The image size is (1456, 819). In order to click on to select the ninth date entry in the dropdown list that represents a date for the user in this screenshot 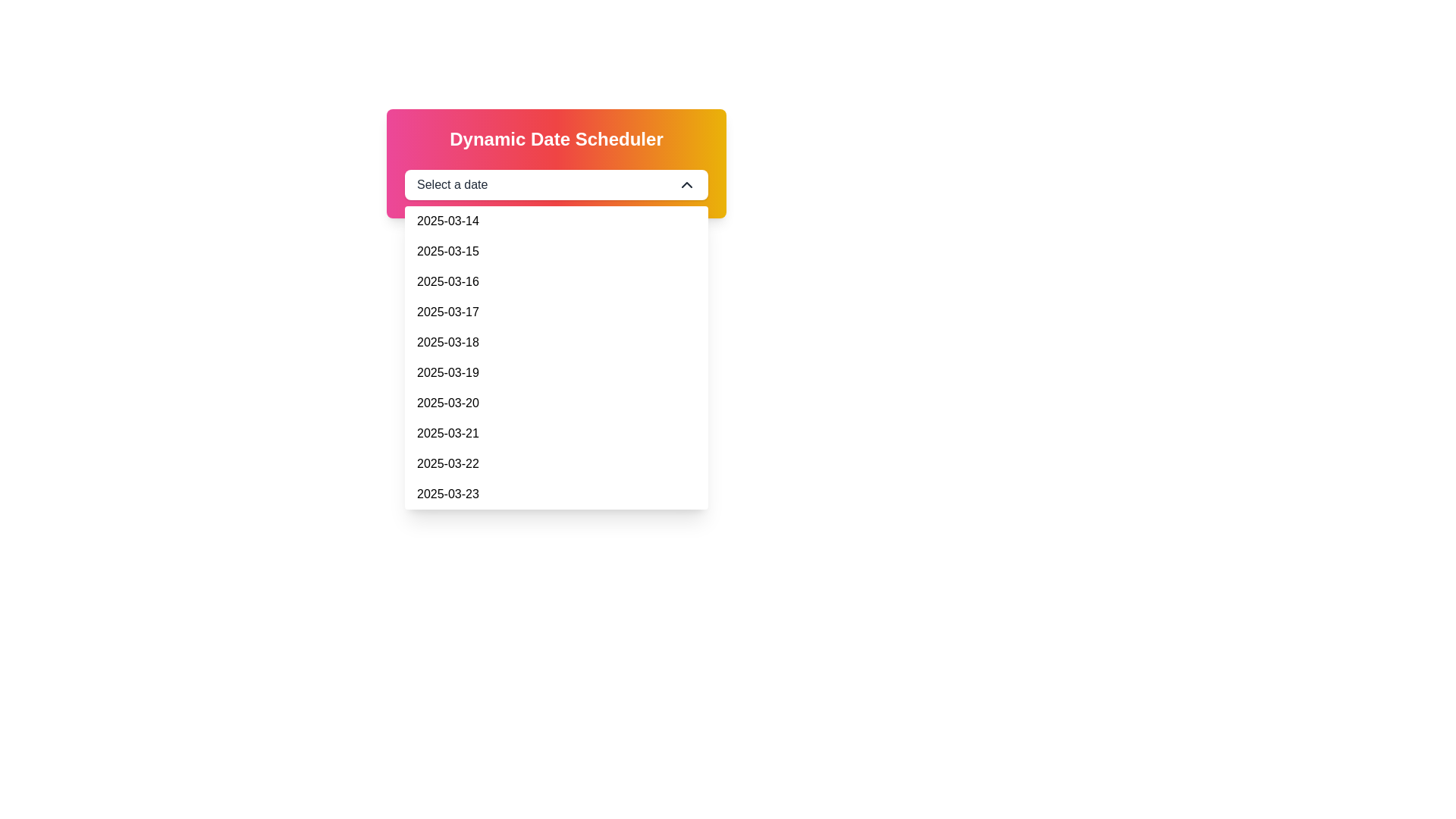, I will do `click(447, 463)`.